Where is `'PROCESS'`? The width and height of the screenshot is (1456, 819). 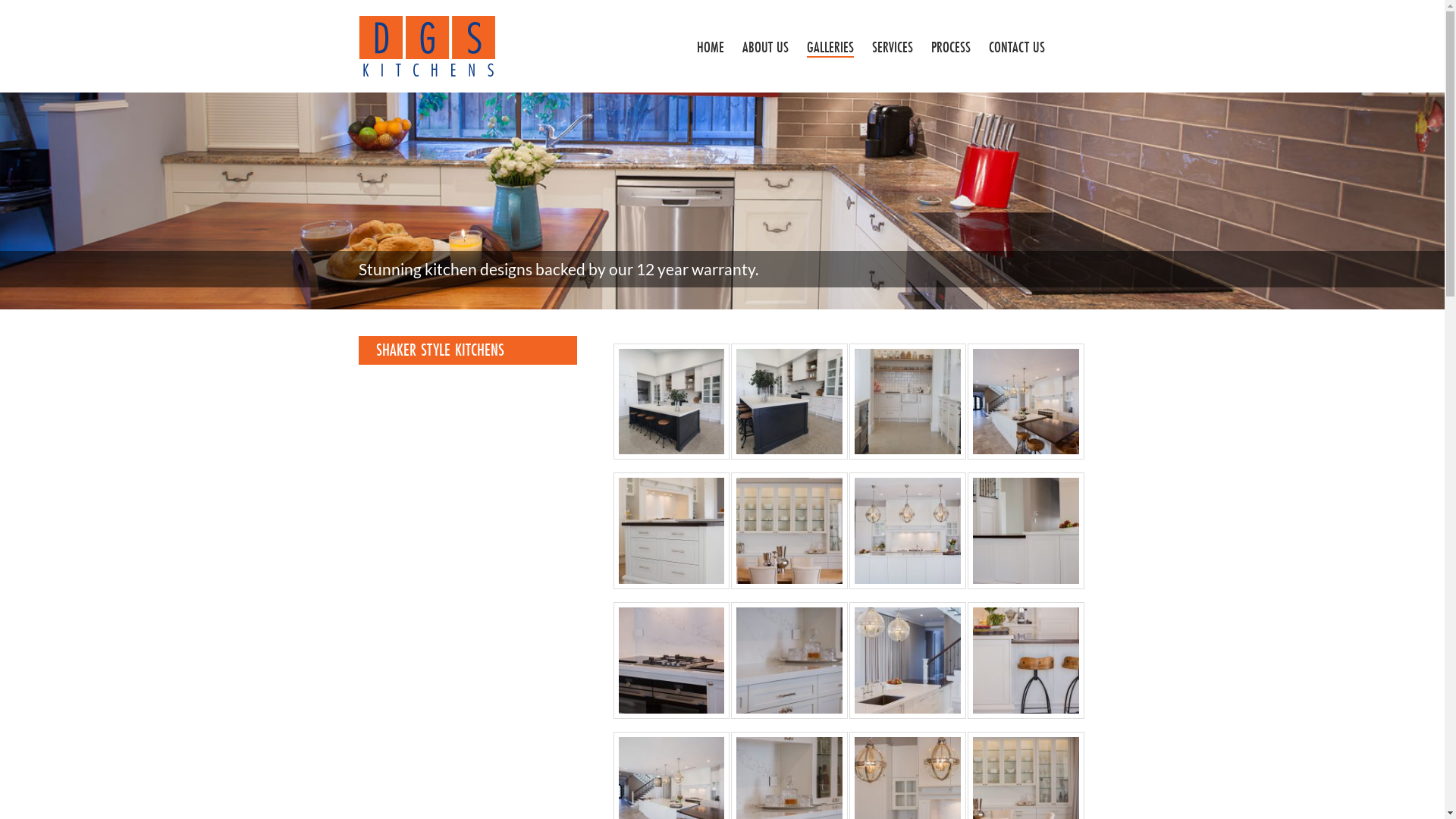
'PROCESS' is located at coordinates (930, 45).